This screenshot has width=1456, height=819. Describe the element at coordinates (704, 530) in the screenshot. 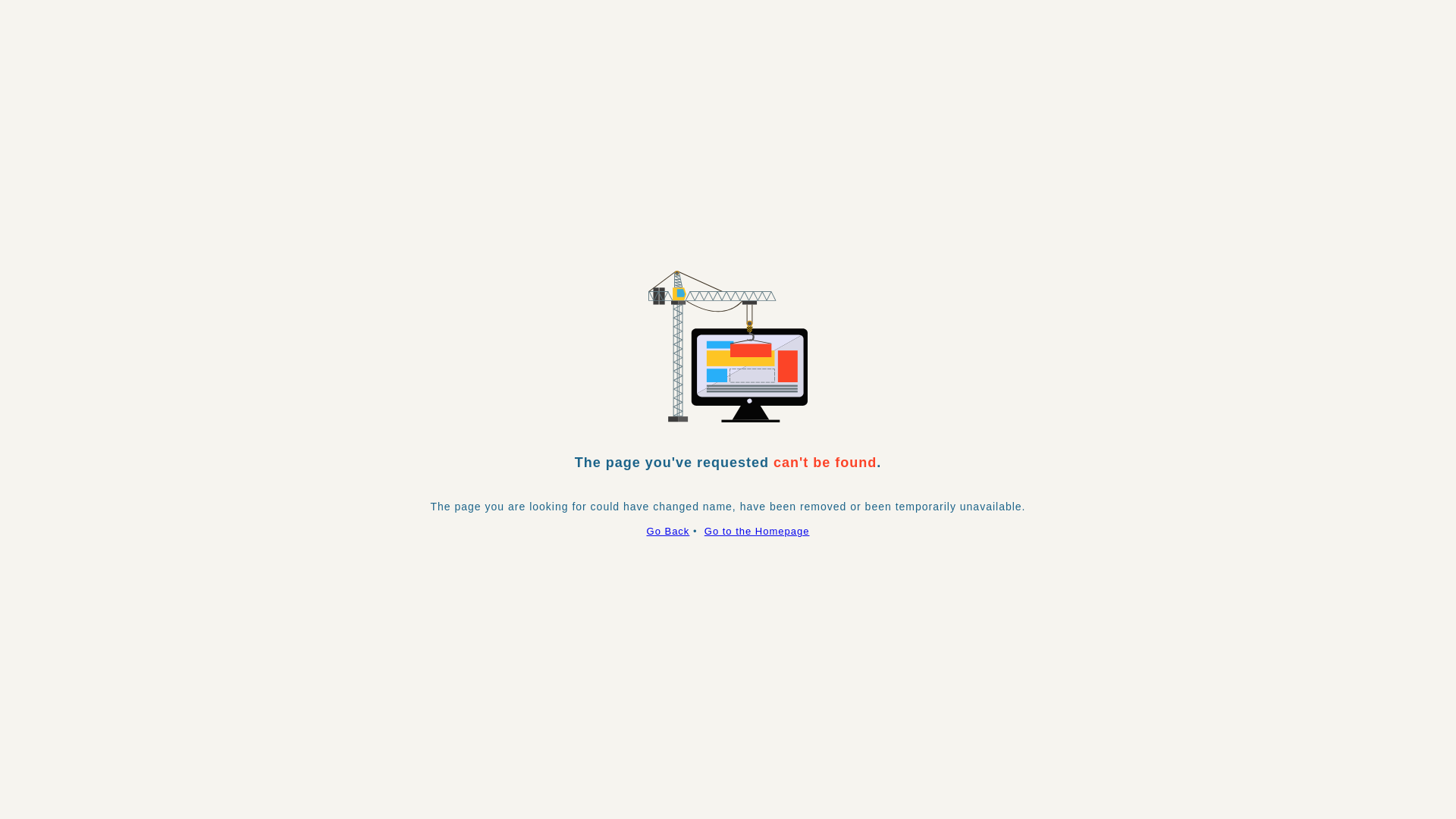

I see `'Go to the Homepage'` at that location.